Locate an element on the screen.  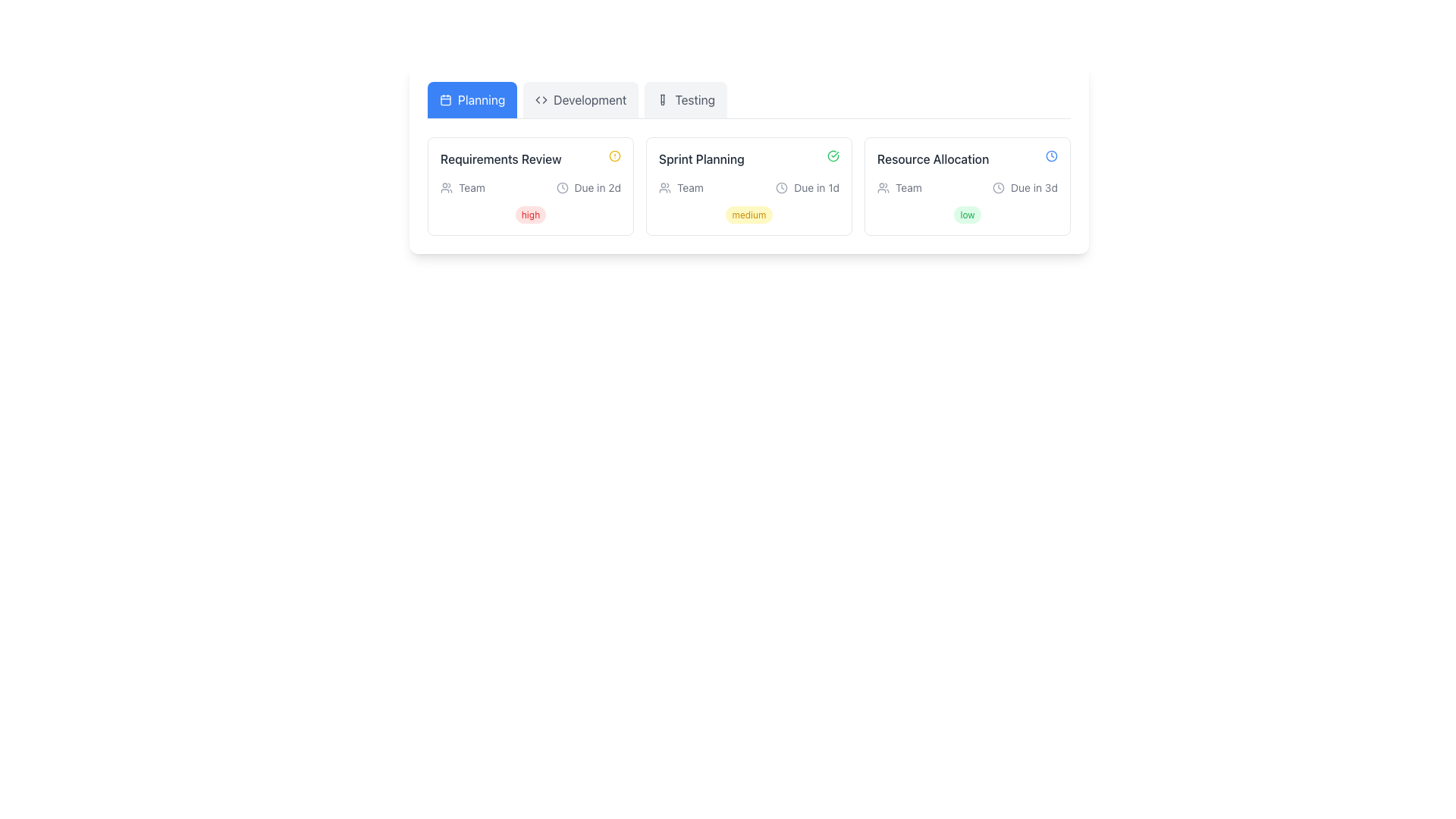
the Icon with a descriptive label indicating the team or group associated with the Requirements Review card under the Planning tab, located towards the top-left of the interface, preceding the 'Due in 2d' label is located at coordinates (462, 187).